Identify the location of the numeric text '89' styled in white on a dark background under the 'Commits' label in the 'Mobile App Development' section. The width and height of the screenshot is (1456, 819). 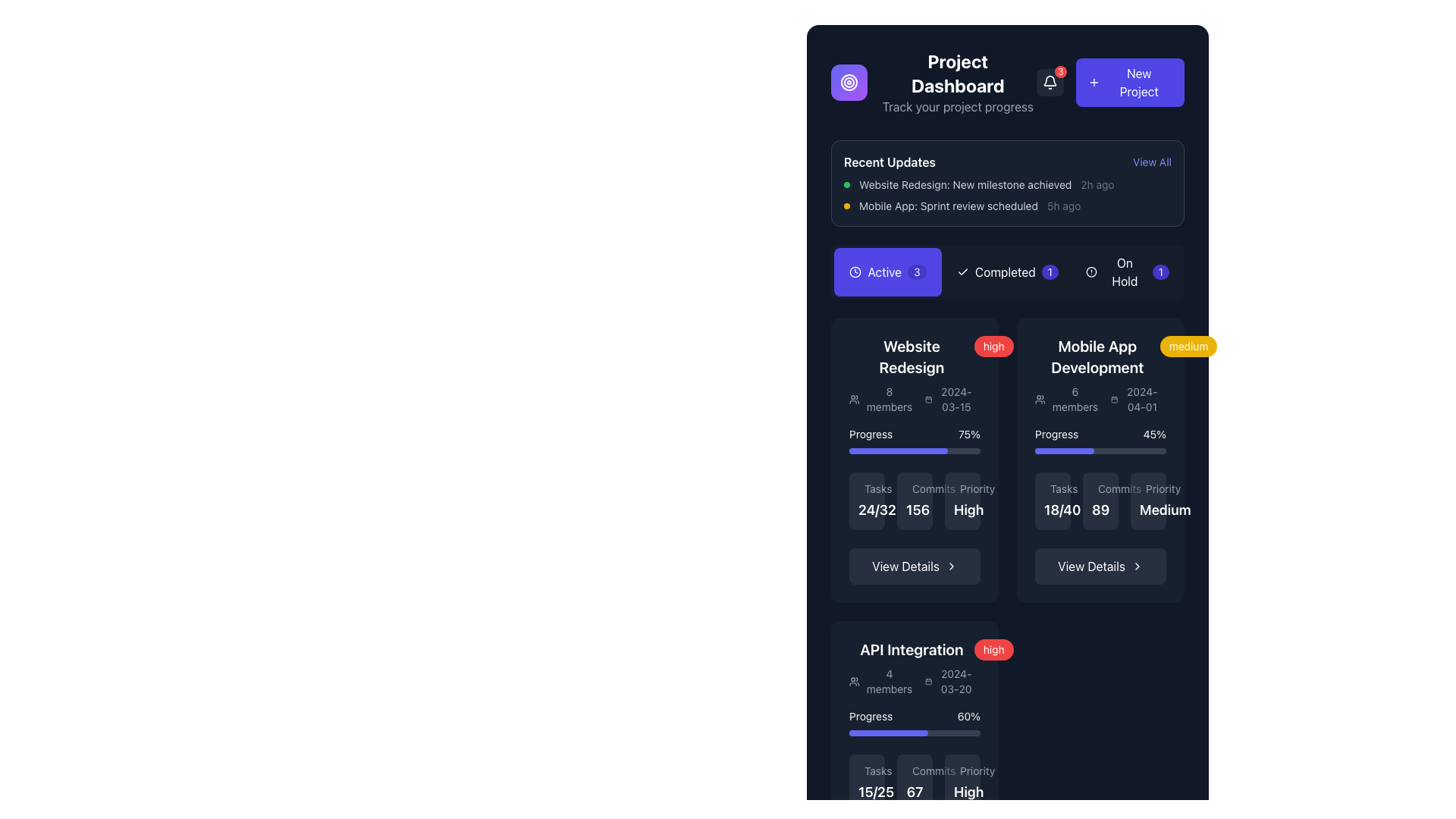
(1100, 500).